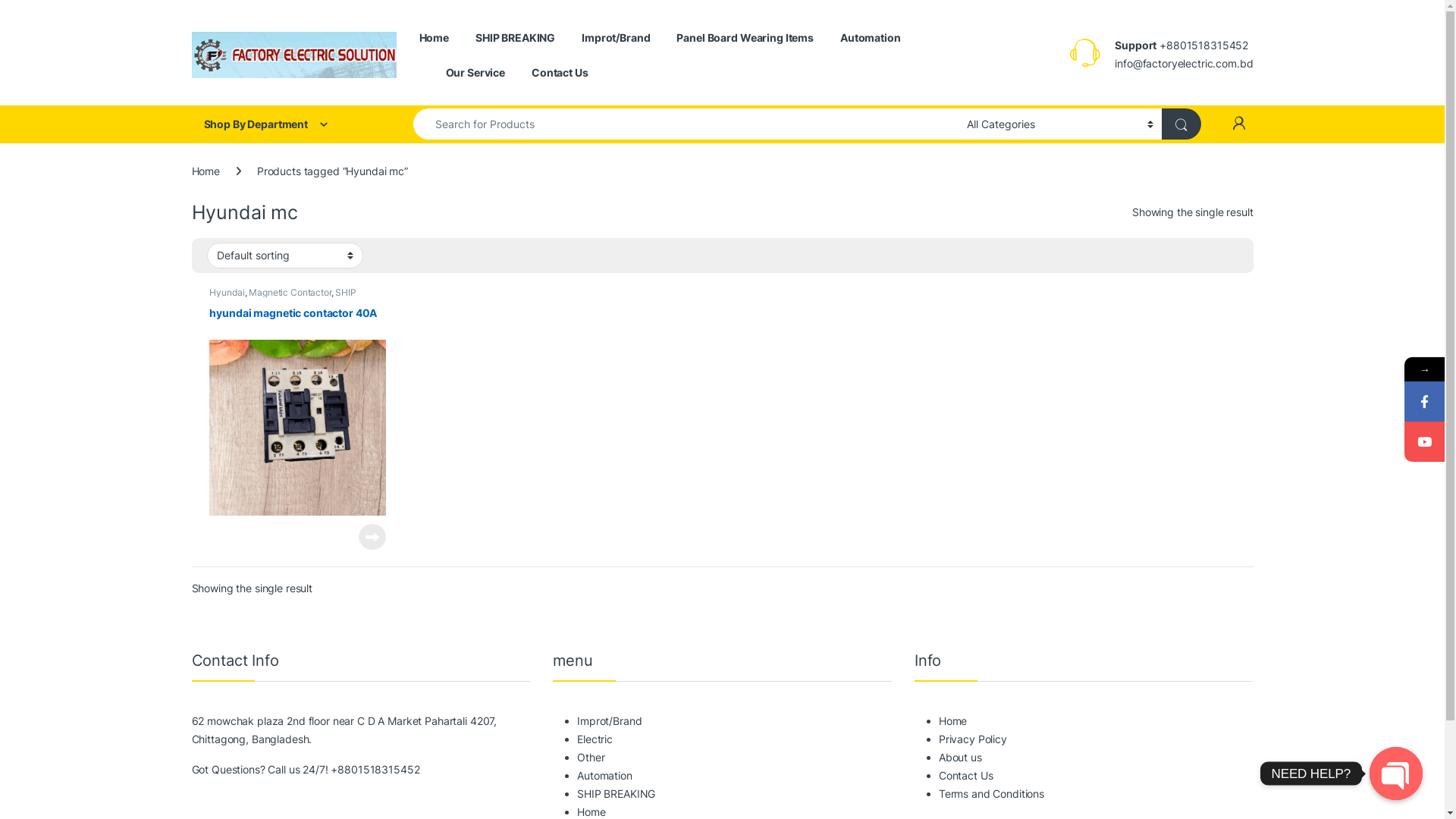 The width and height of the screenshot is (1456, 819). Describe the element at coordinates (225, 292) in the screenshot. I see `'Hyundai'` at that location.